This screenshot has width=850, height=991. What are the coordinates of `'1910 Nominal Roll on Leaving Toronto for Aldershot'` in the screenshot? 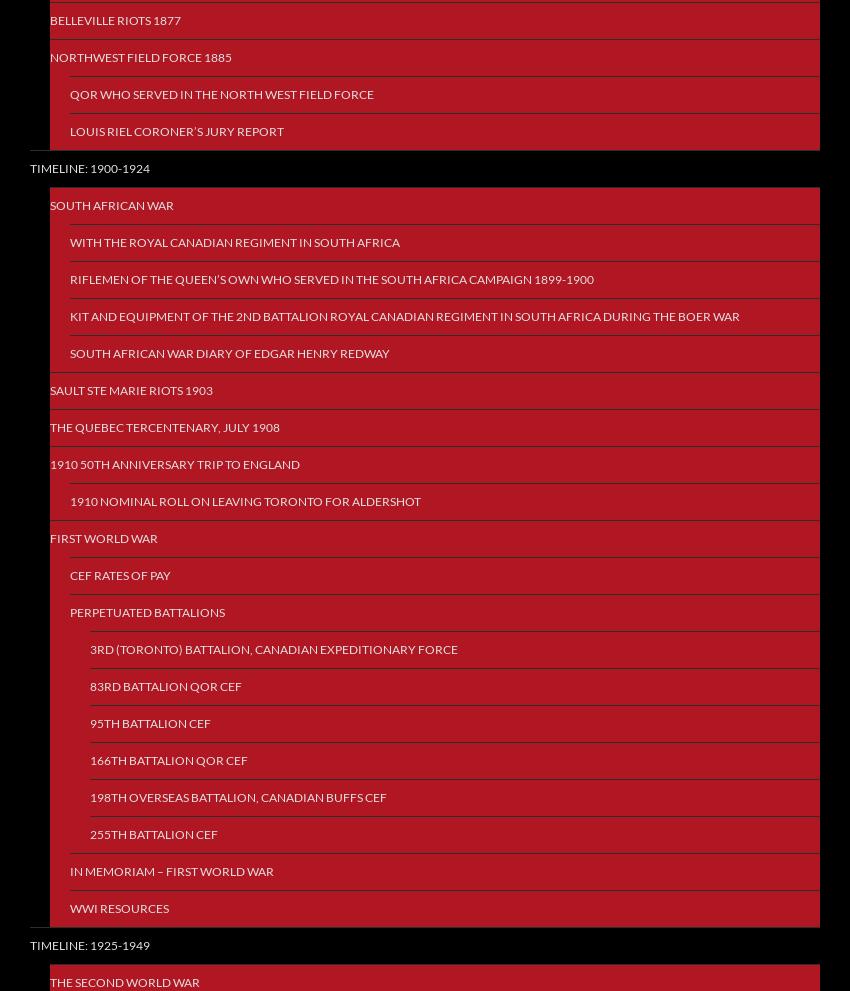 It's located at (245, 501).